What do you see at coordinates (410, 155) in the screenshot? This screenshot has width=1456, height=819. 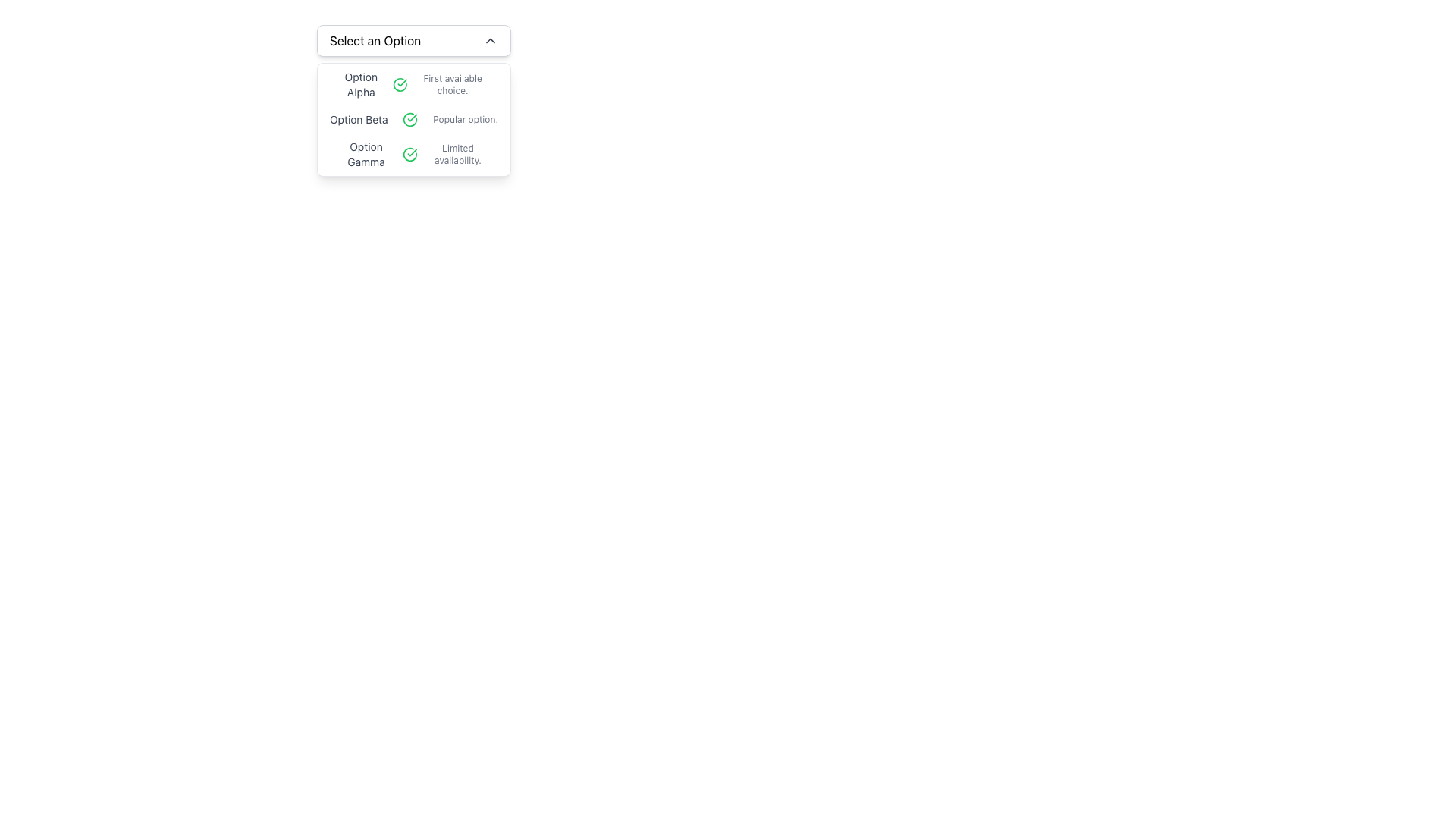 I see `the icon indicating the selection status for 'Option Gamma', located immediately to the right of the text 'Option Gamma' and before 'Limited availability'` at bounding box center [410, 155].